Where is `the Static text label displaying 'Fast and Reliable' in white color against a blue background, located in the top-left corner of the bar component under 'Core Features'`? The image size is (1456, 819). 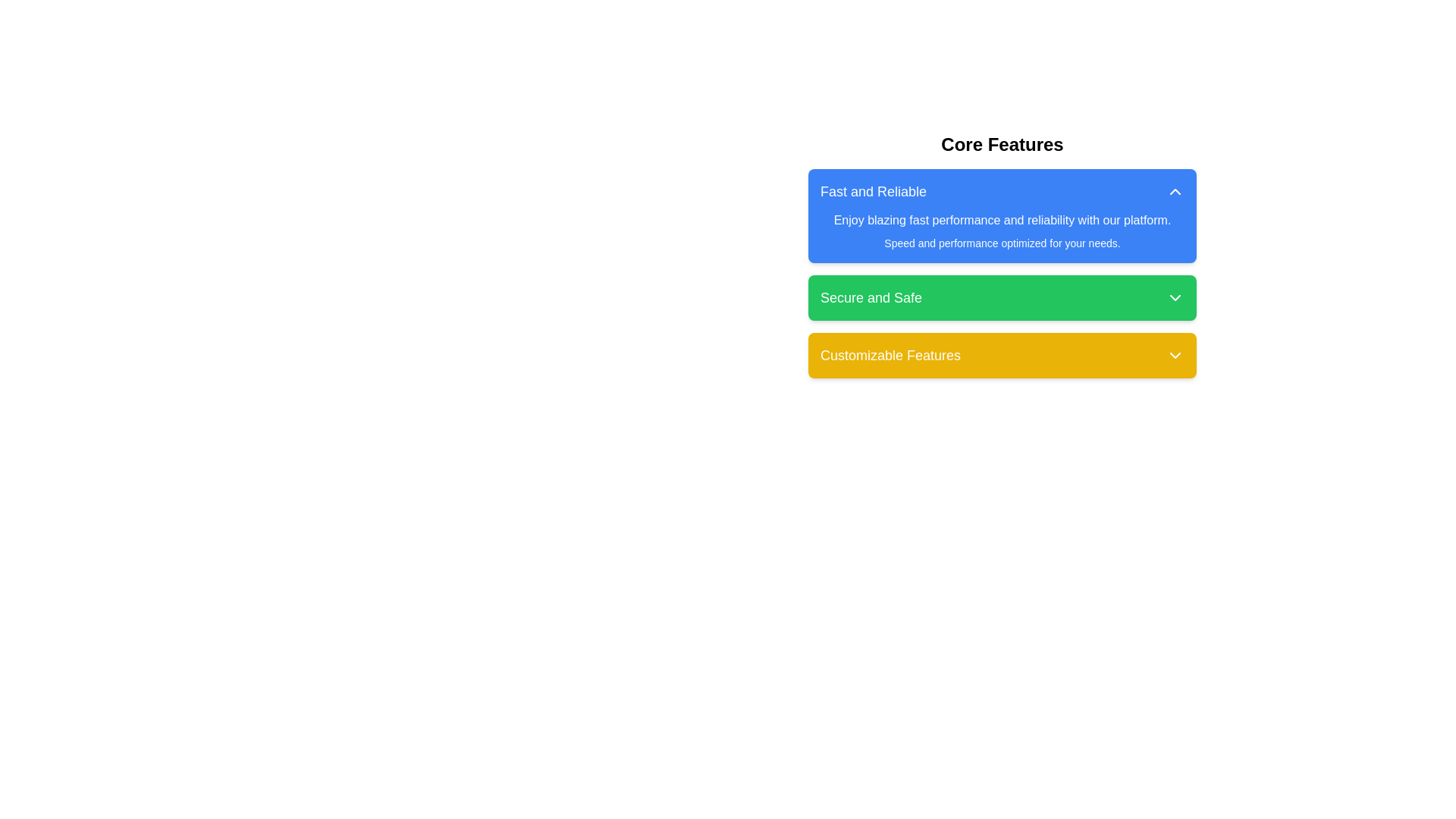 the Static text label displaying 'Fast and Reliable' in white color against a blue background, located in the top-left corner of the bar component under 'Core Features' is located at coordinates (874, 191).